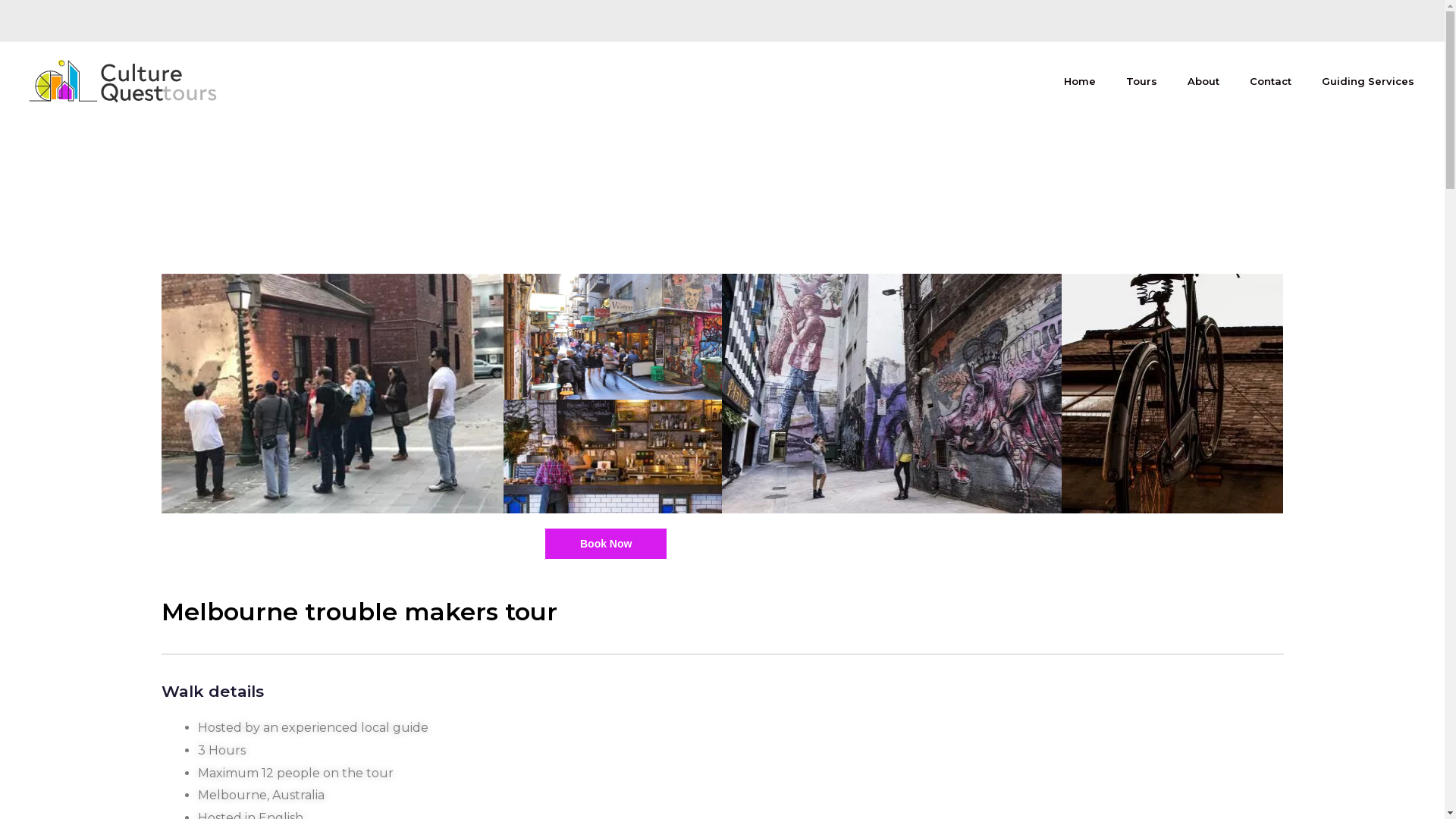 The image size is (1456, 819). Describe the element at coordinates (1270, 81) in the screenshot. I see `'Contact'` at that location.